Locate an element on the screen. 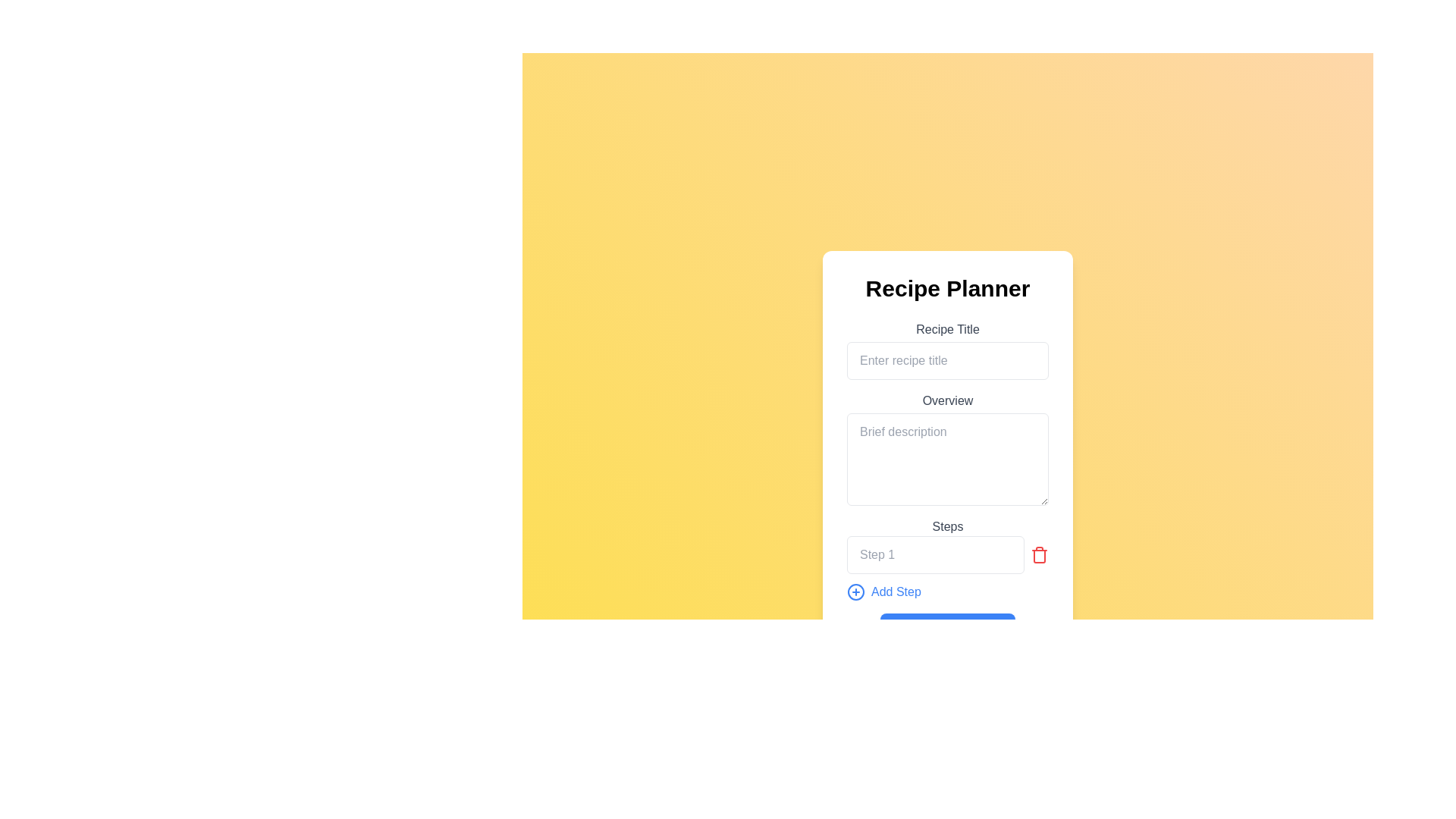 The height and width of the screenshot is (819, 1456). the circular decorative element, which is a distinct outline with a radius of 10 units, located centrally within the 'Add Step' button area at the bottom of the interface is located at coordinates (855, 590).